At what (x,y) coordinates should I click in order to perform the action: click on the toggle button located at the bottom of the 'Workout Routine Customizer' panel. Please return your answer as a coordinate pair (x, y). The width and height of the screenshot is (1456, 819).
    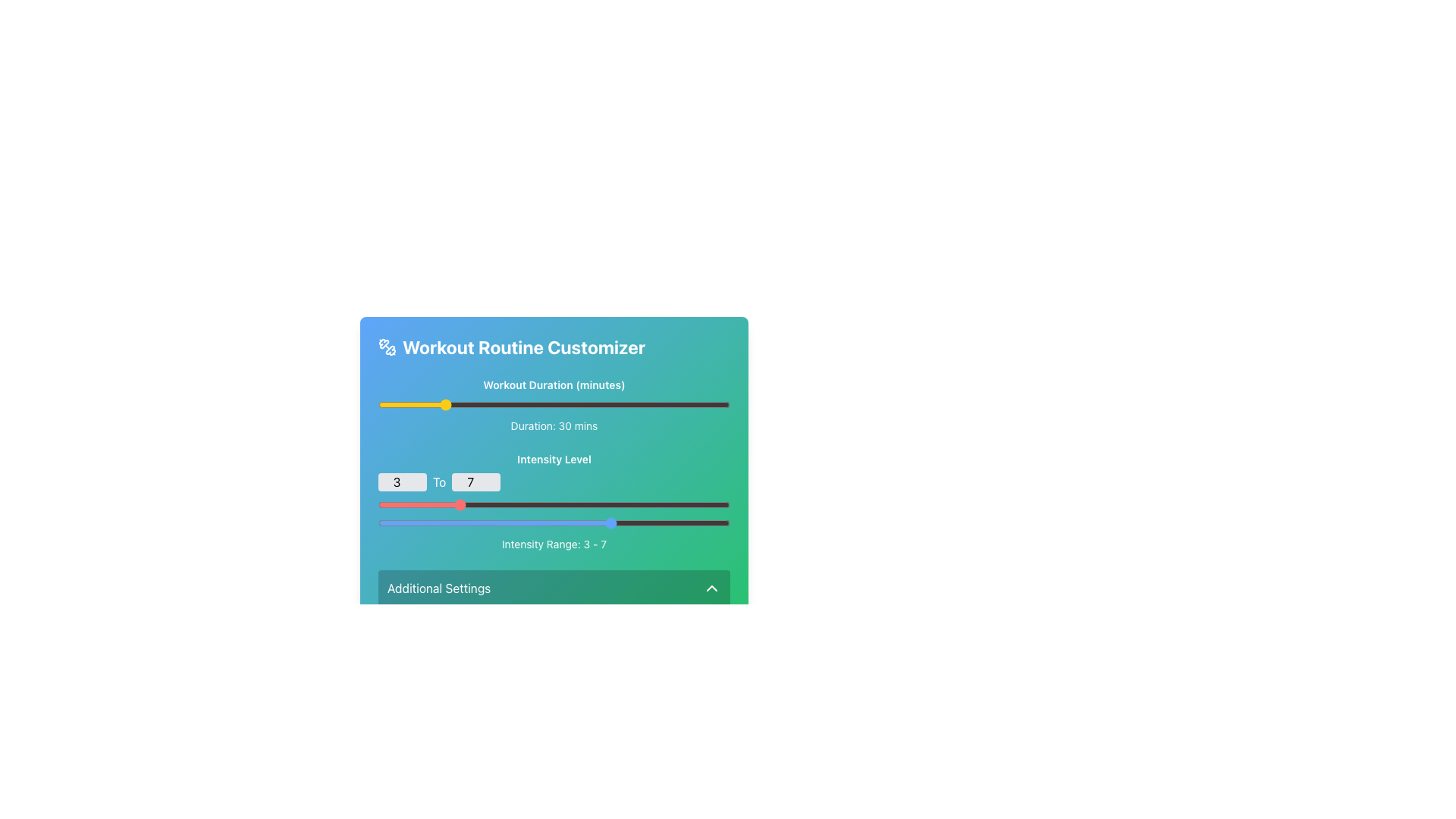
    Looking at the image, I should click on (553, 587).